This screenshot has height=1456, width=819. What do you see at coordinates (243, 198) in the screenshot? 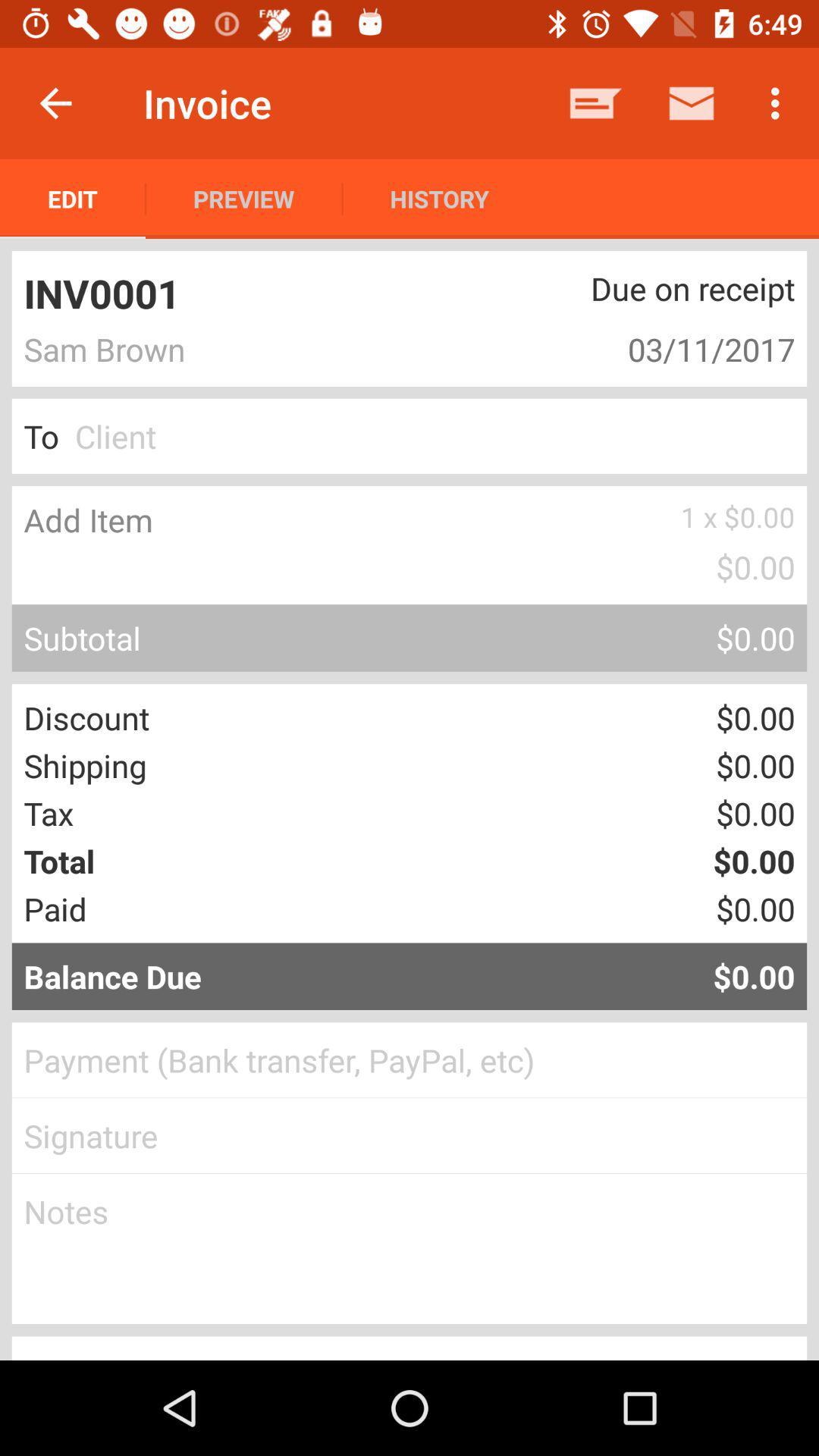
I see `item to the right of edit` at bounding box center [243, 198].